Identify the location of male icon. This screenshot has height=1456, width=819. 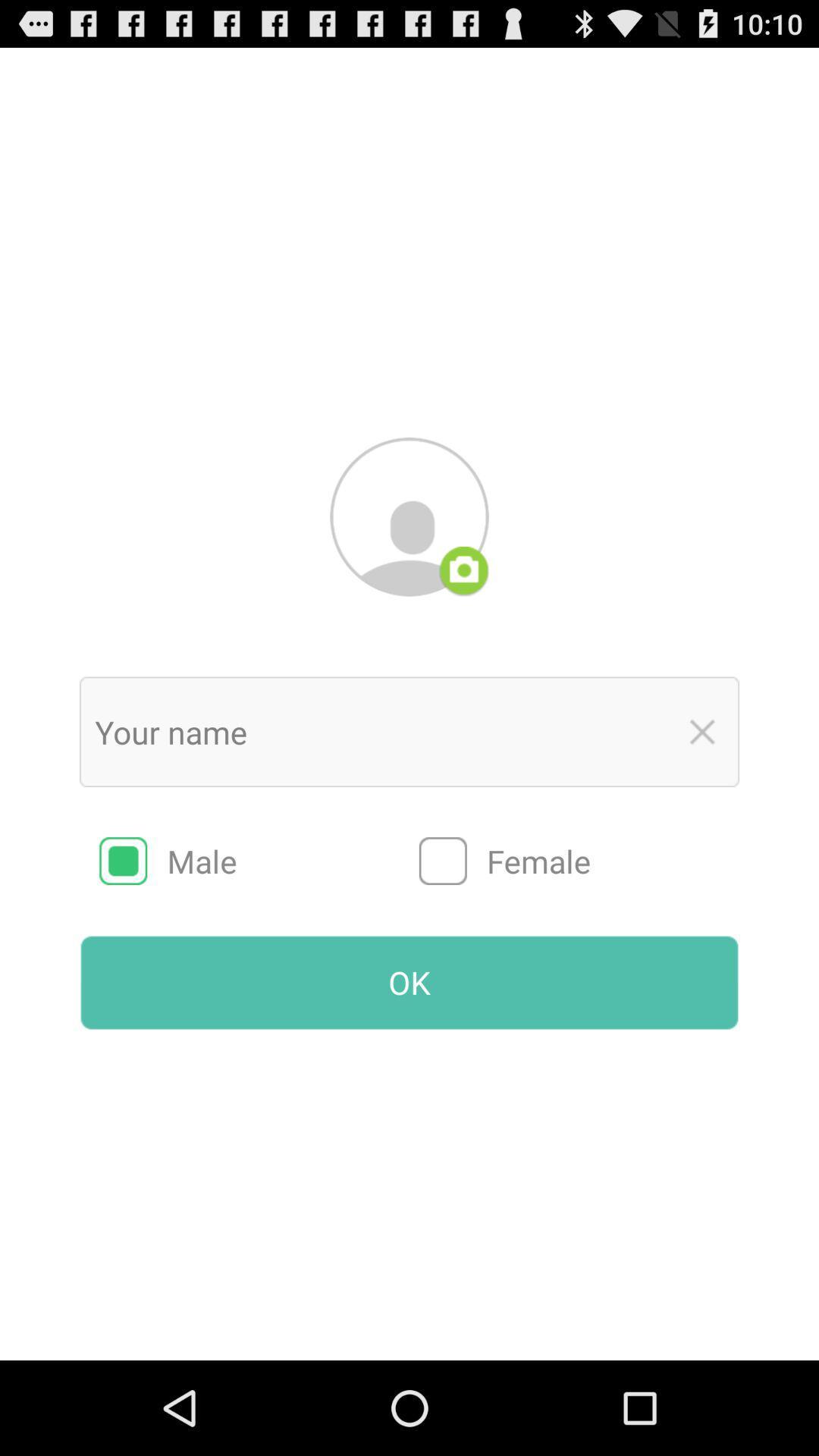
(259, 861).